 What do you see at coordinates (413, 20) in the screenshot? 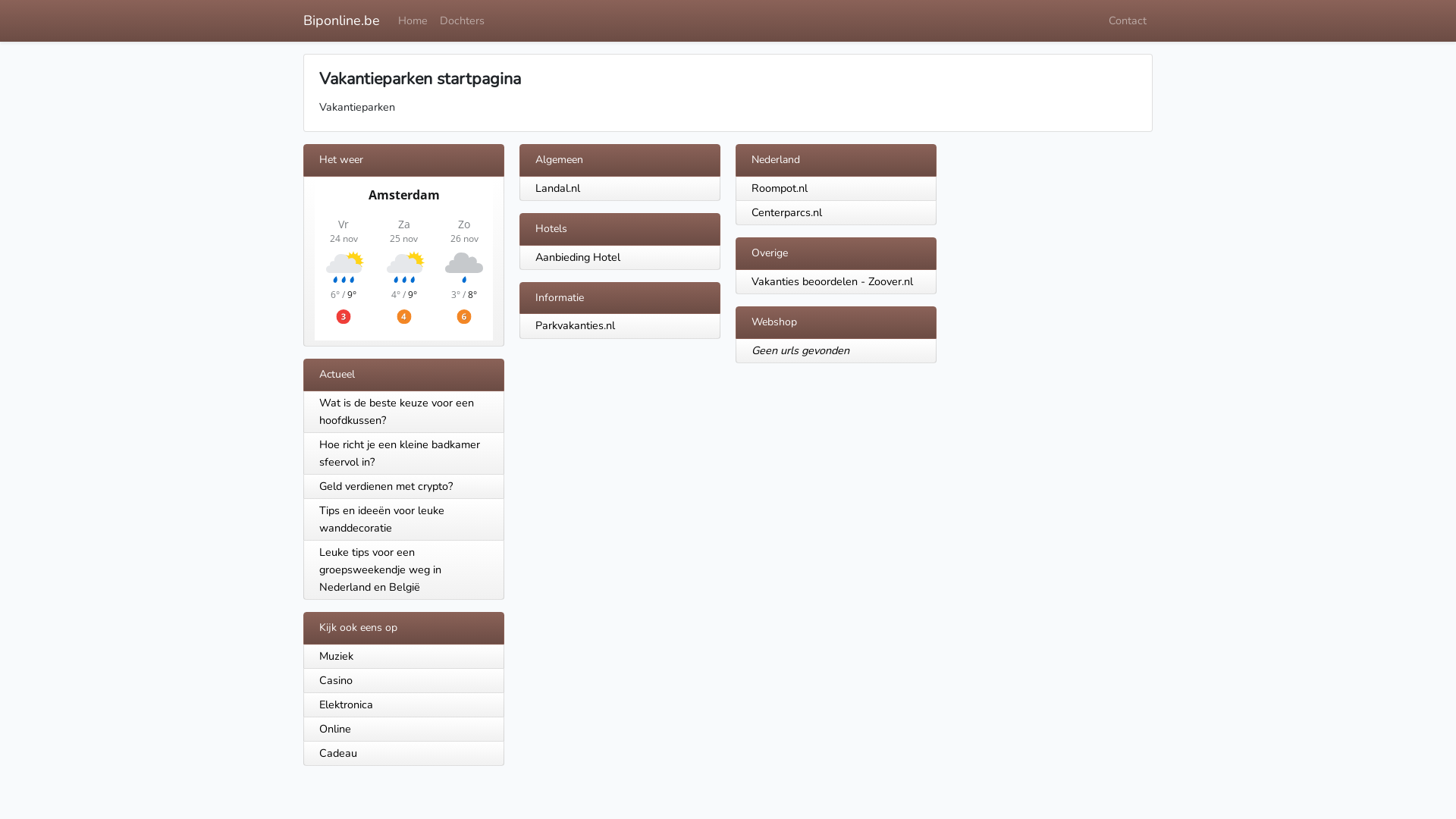
I see `'Home'` at bounding box center [413, 20].